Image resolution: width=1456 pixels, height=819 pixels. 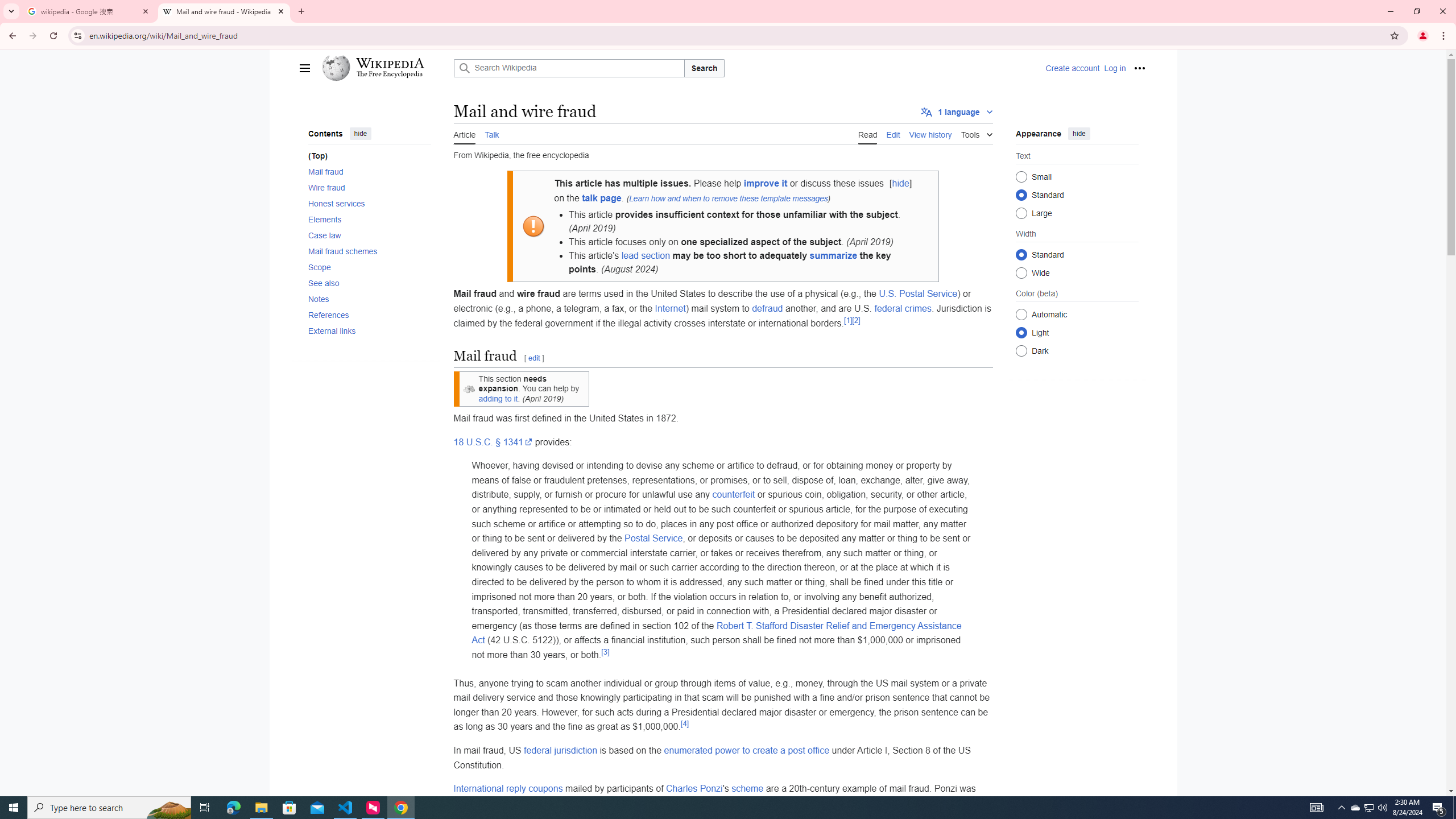 I want to click on 'Internet', so click(x=670, y=308).